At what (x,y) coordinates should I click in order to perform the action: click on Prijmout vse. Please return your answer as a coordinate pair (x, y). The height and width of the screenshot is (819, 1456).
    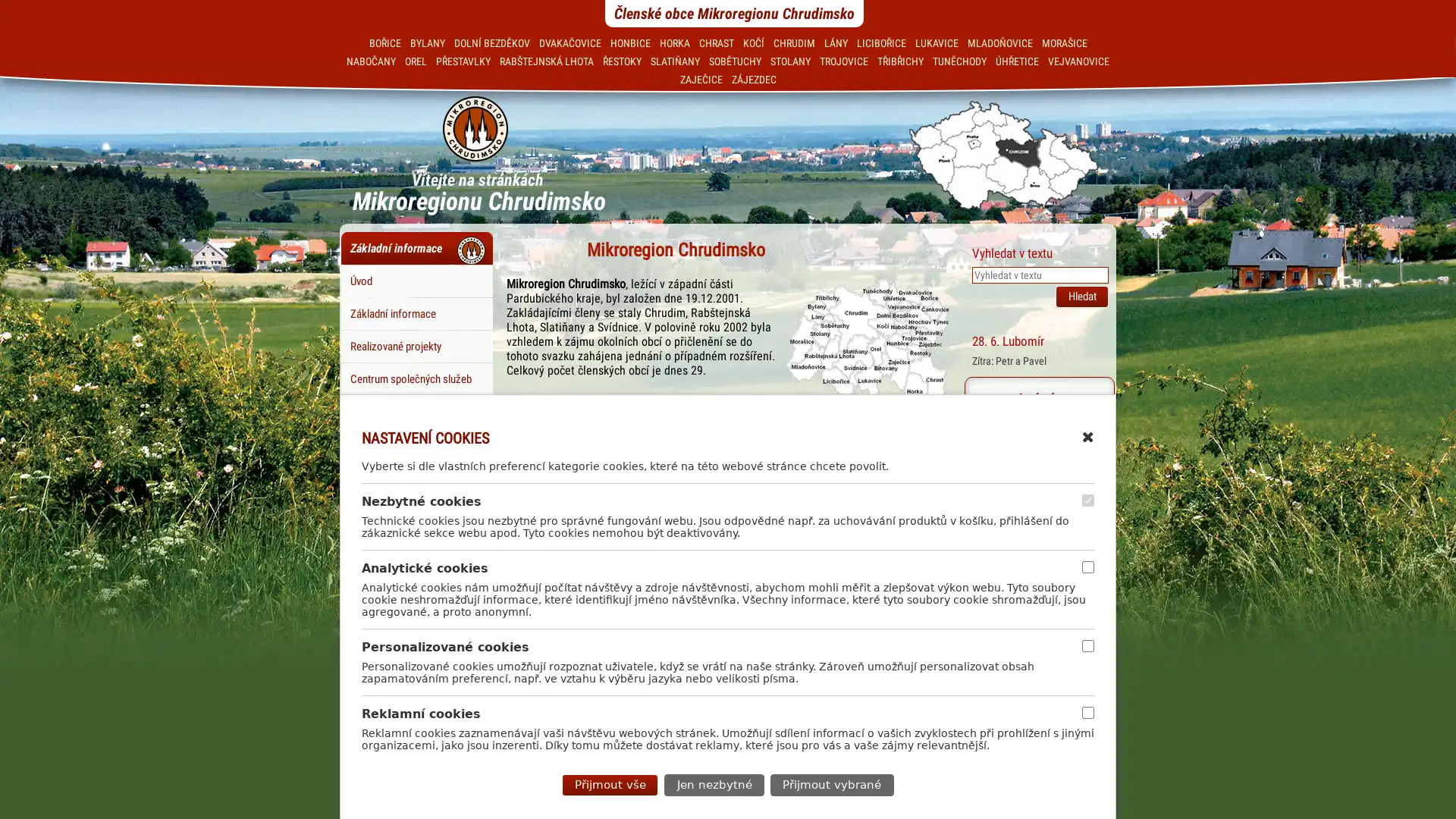
    Looking at the image, I should click on (610, 784).